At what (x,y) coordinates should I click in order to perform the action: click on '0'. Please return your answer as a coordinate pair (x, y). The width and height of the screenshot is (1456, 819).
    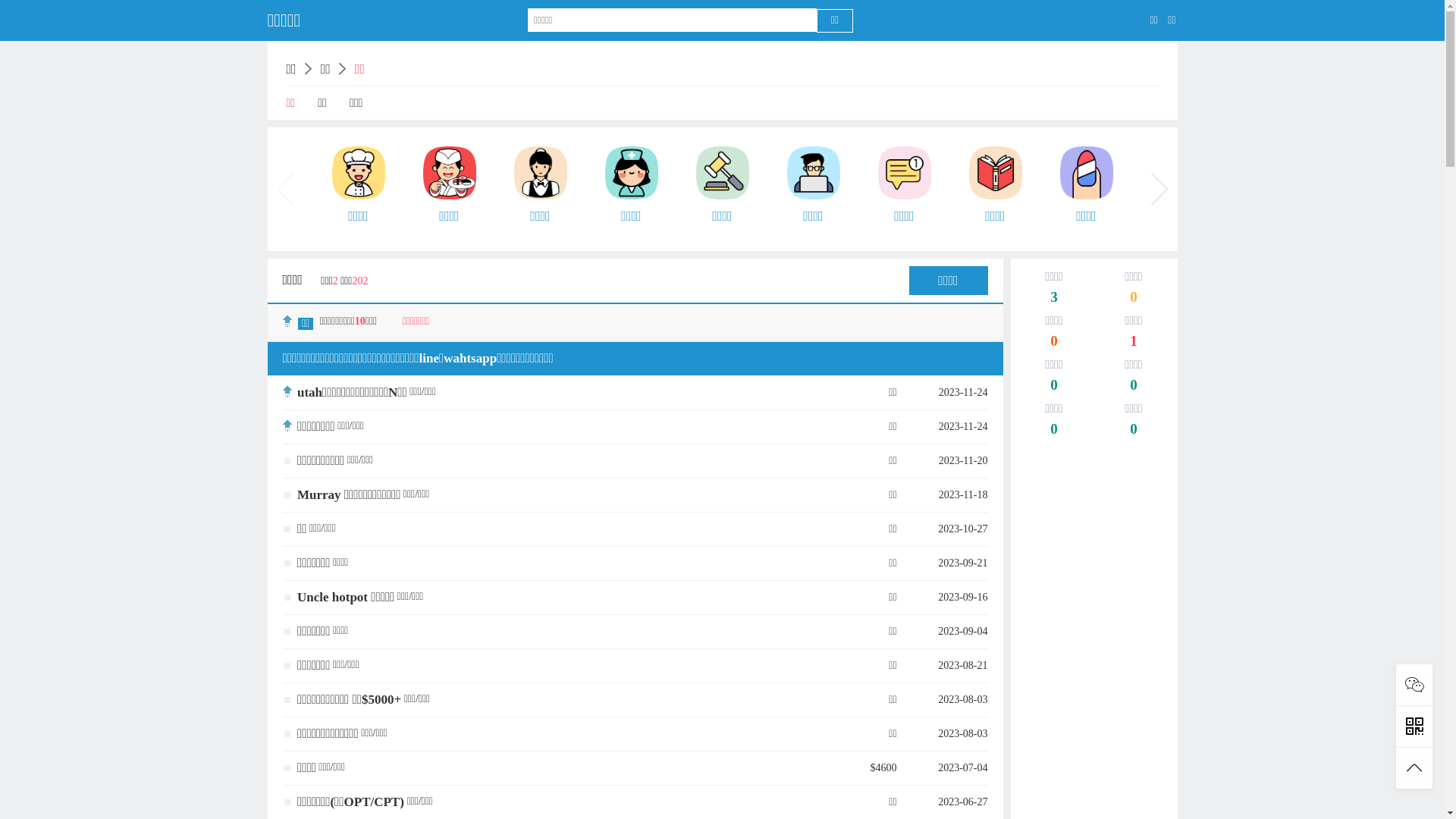
    Looking at the image, I should click on (1053, 342).